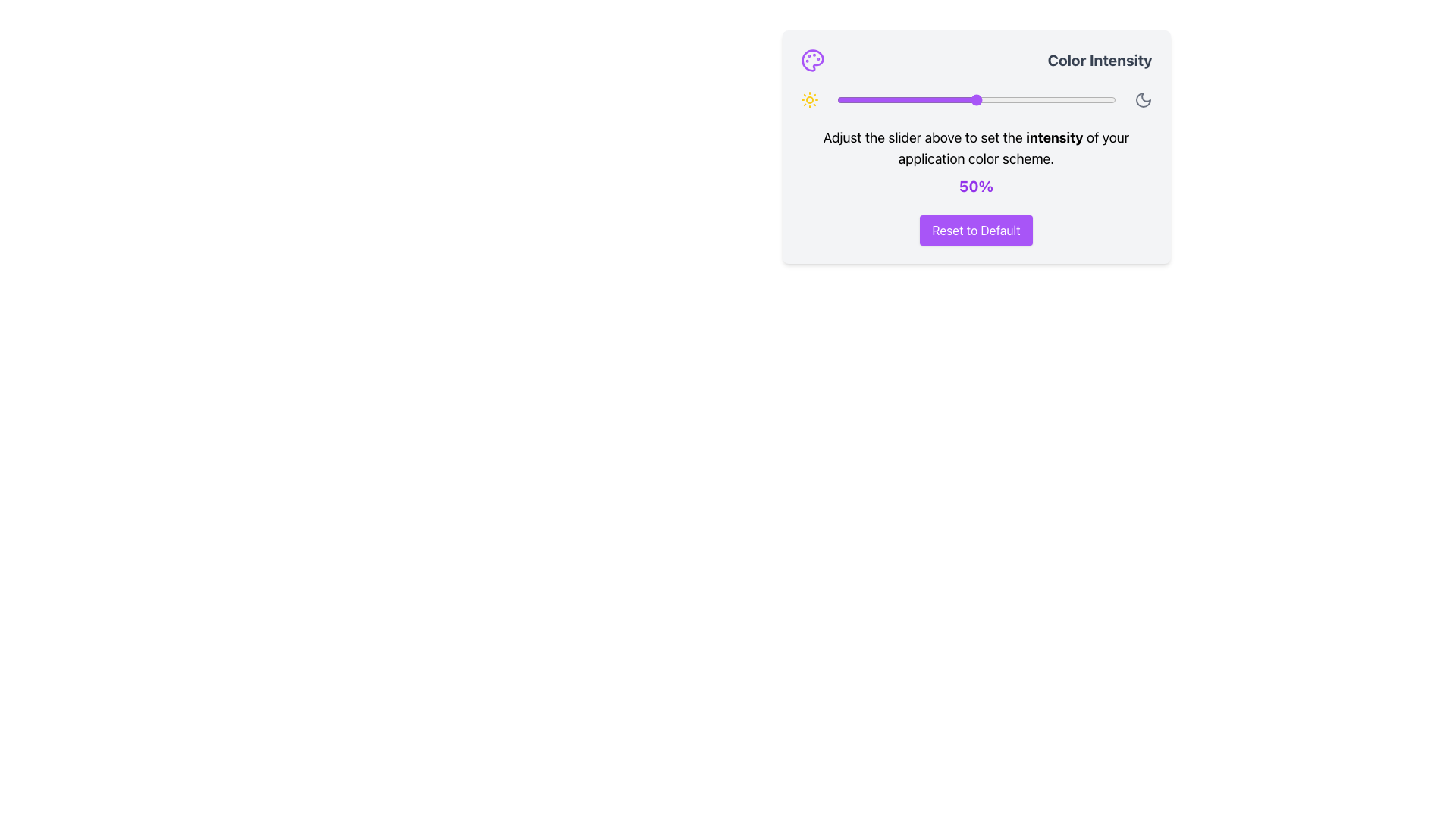  Describe the element at coordinates (1112, 99) in the screenshot. I see `the color intensity` at that location.